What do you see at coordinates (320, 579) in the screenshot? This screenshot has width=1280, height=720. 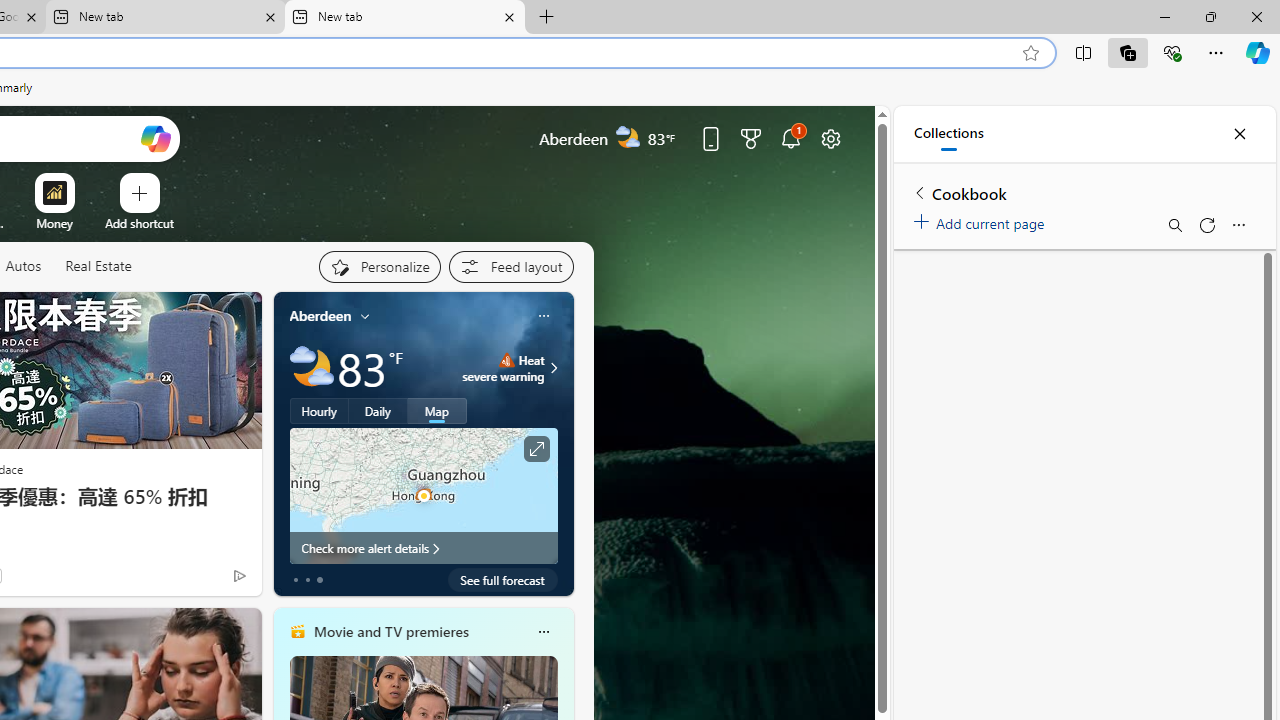 I see `'tab-2'` at bounding box center [320, 579].